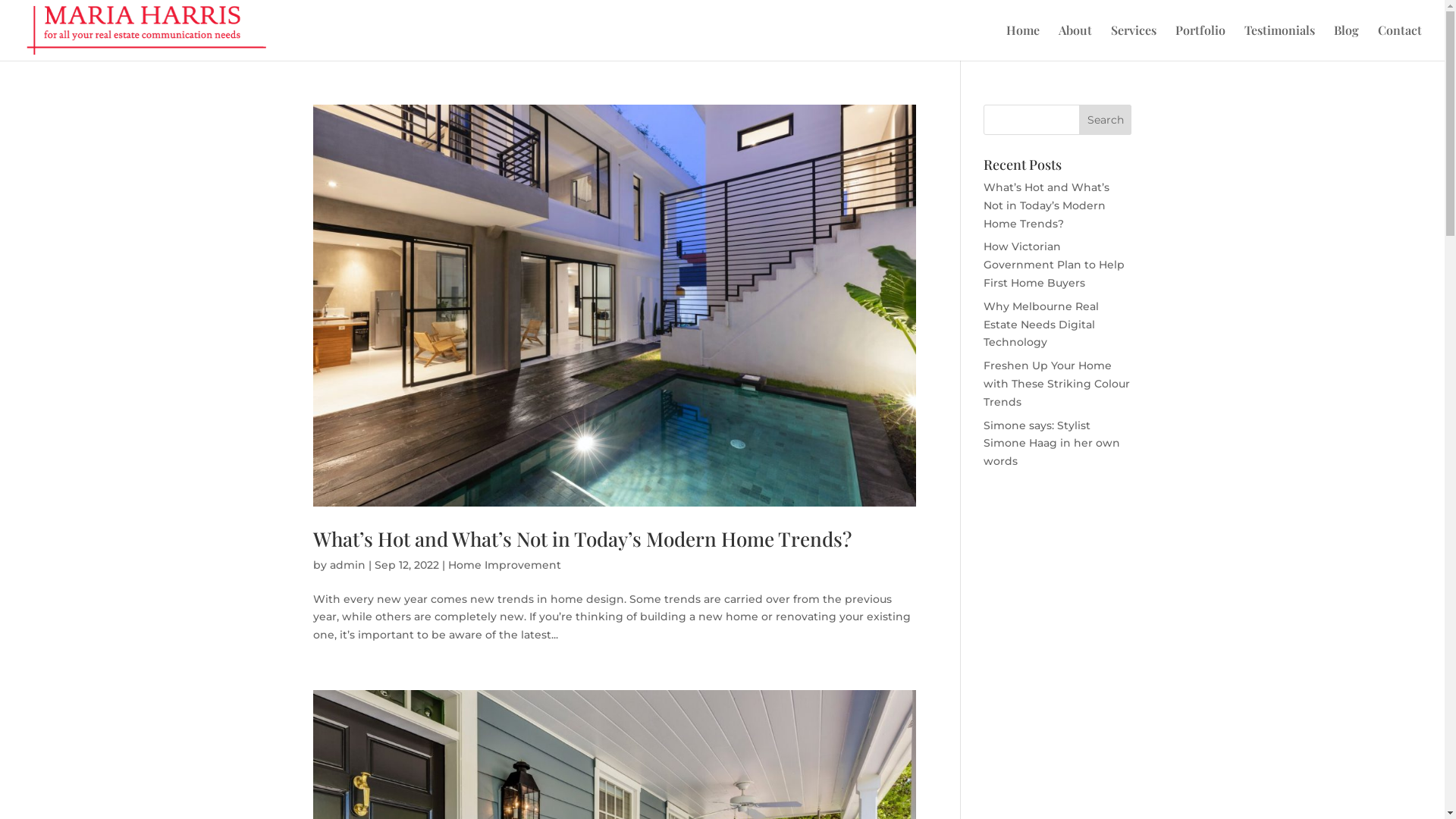 The height and width of the screenshot is (819, 1456). I want to click on 'admin', so click(346, 564).